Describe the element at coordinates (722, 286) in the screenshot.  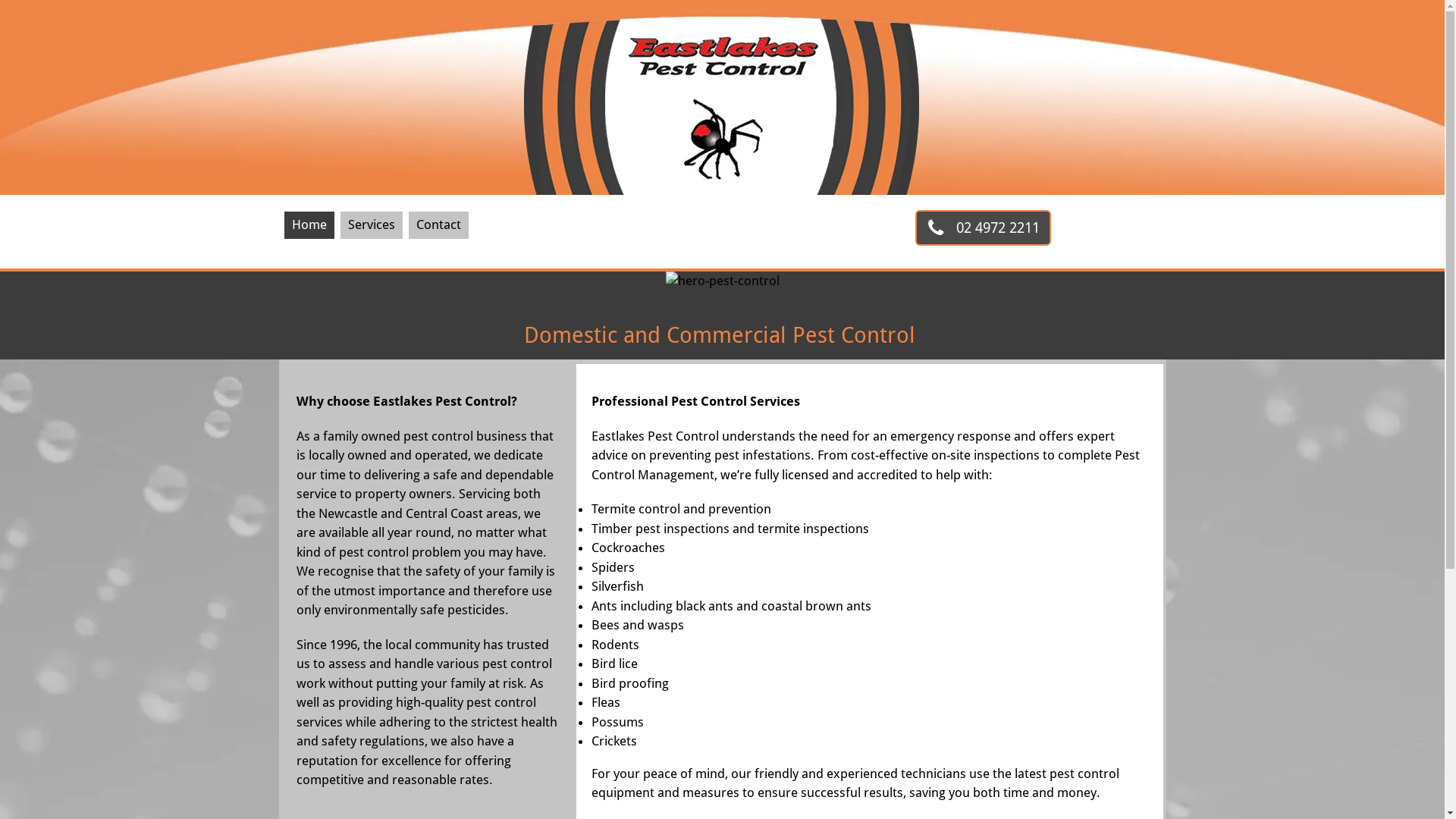
I see `'hero-pest-control'` at that location.